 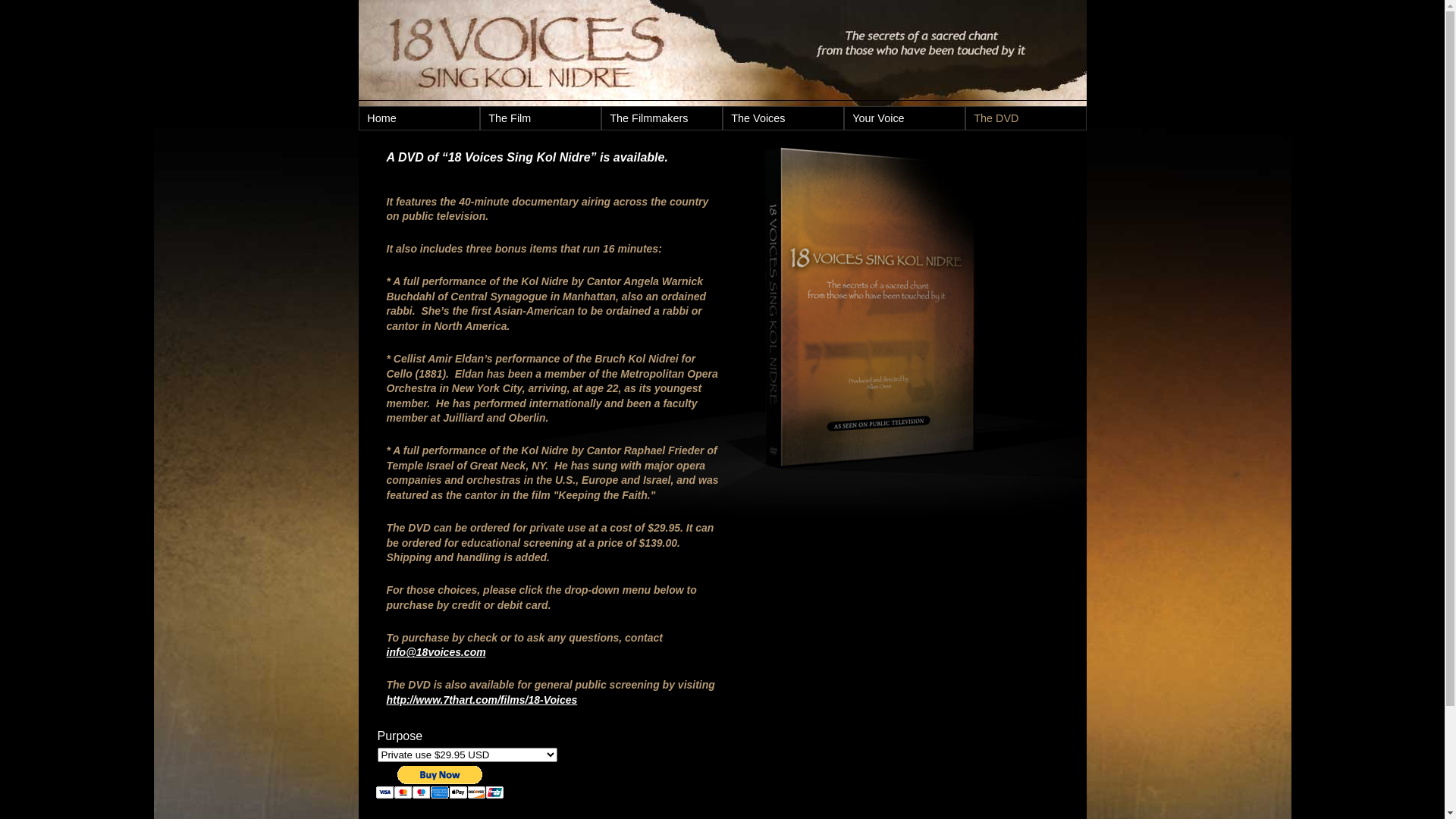 What do you see at coordinates (419, 117) in the screenshot?
I see `'Home'` at bounding box center [419, 117].